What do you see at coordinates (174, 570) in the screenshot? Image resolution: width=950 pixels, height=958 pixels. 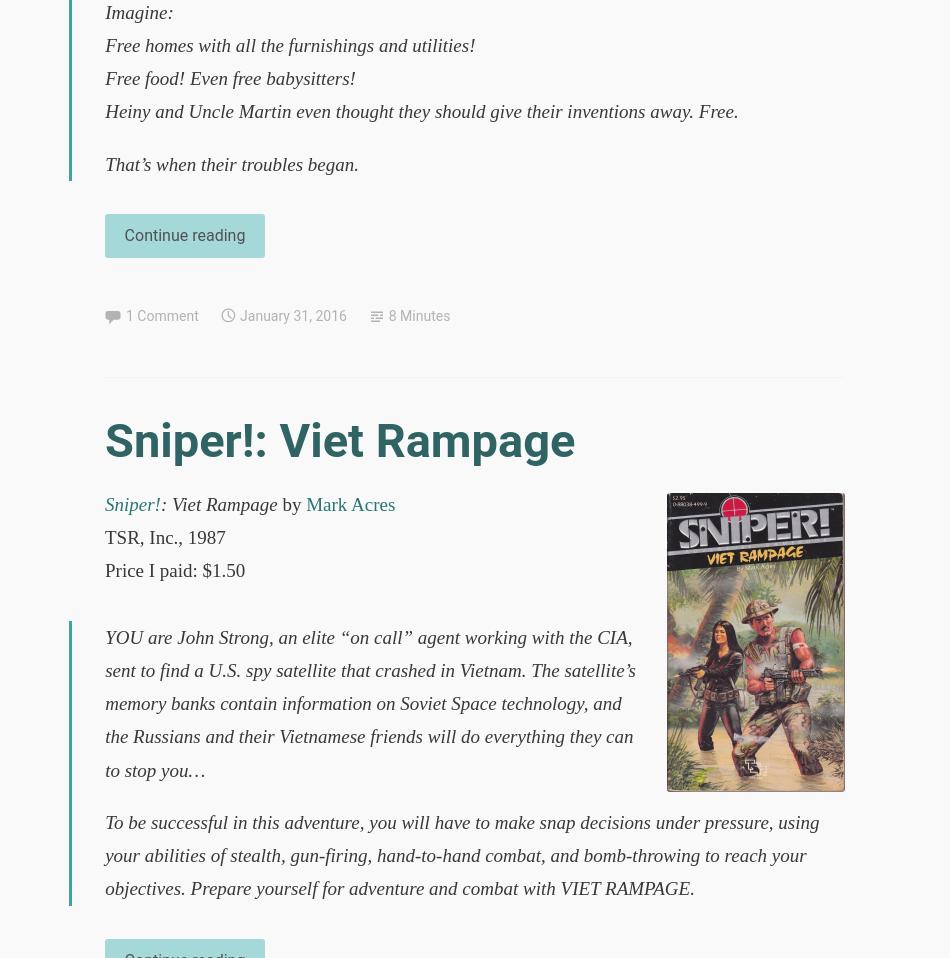 I see `'Price I paid: $1.50'` at bounding box center [174, 570].